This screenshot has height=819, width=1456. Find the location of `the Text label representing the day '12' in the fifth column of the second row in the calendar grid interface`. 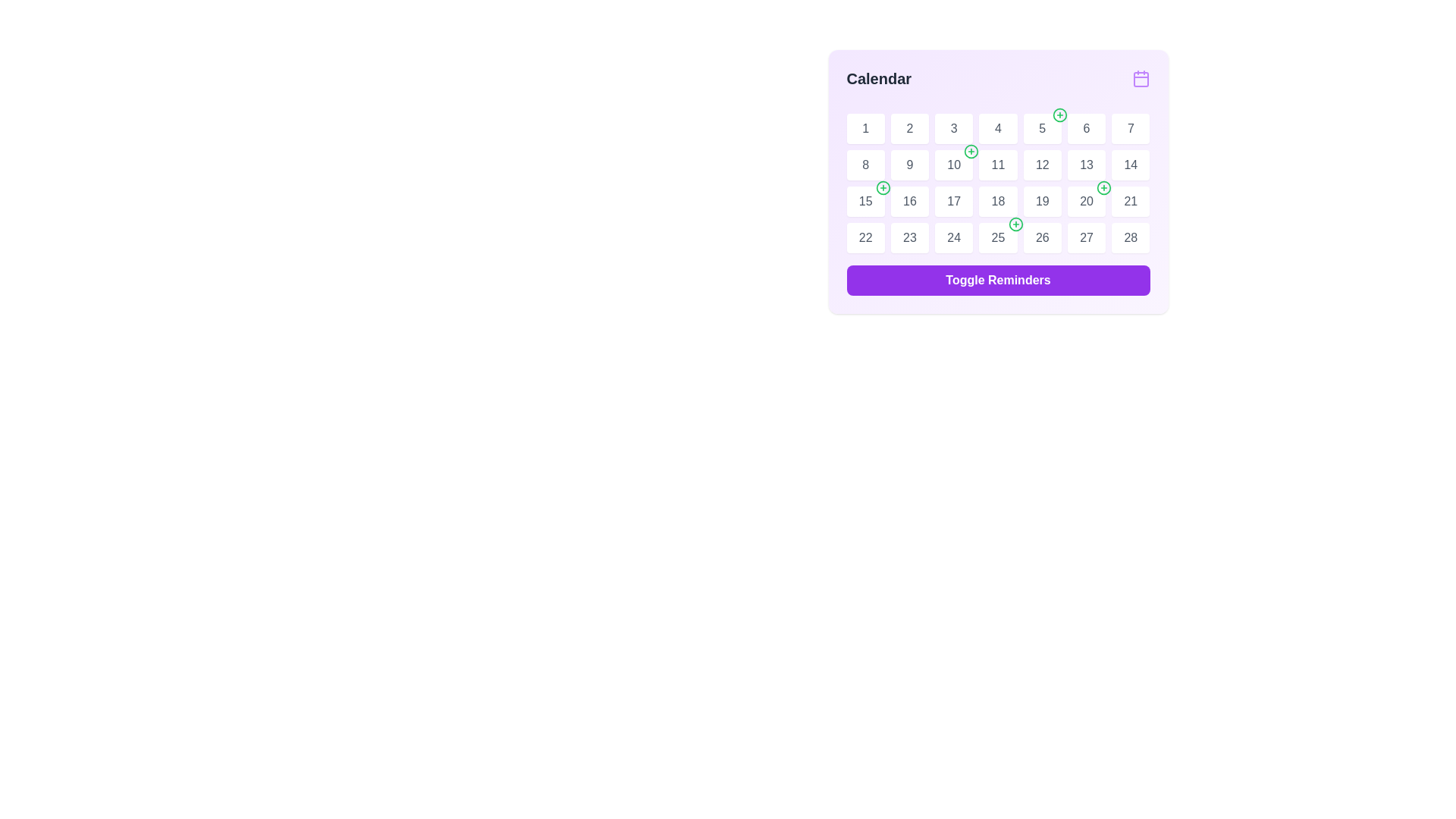

the Text label representing the day '12' in the fifth column of the second row in the calendar grid interface is located at coordinates (1041, 165).